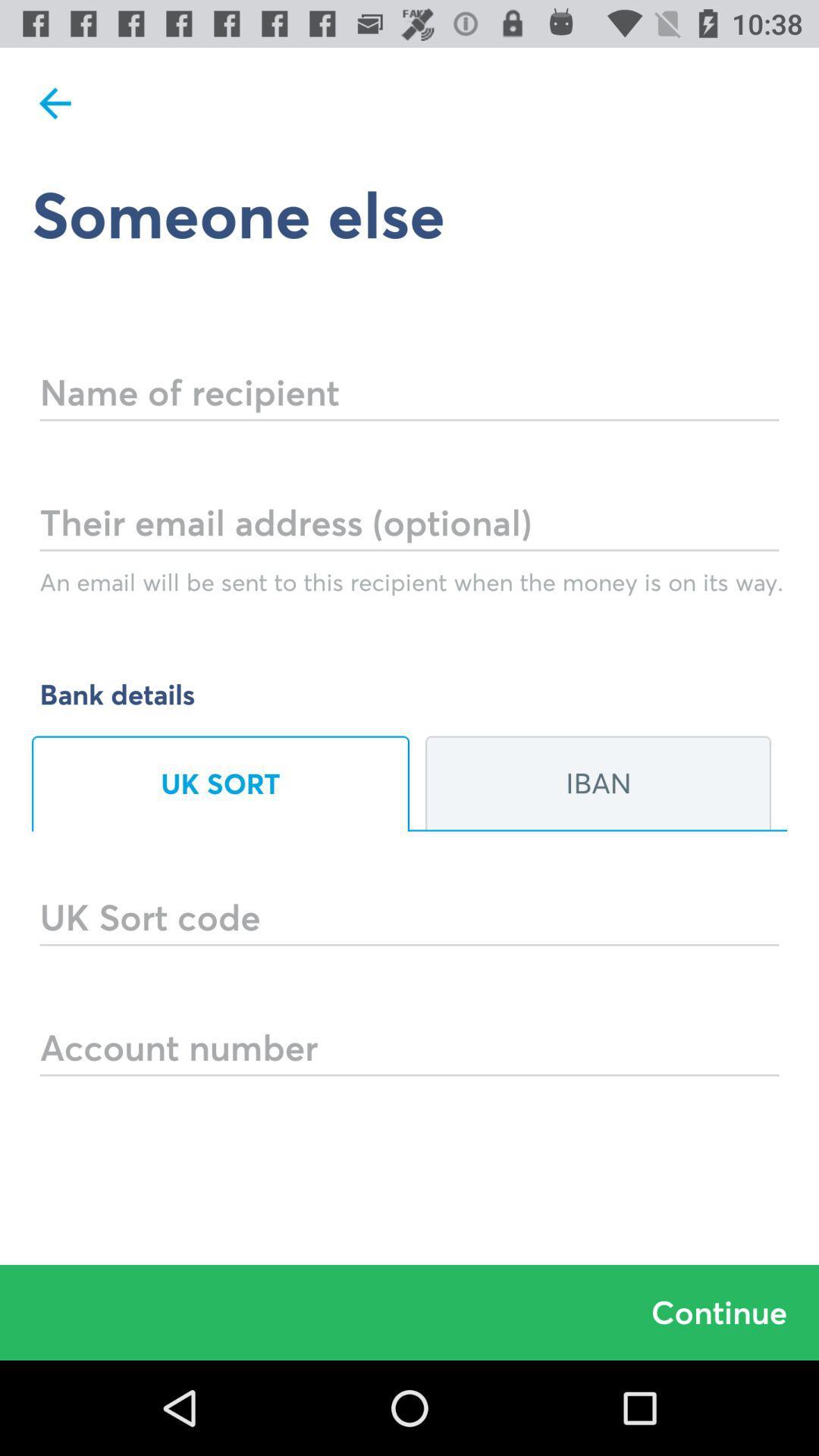 This screenshot has width=819, height=1456. What do you see at coordinates (598, 783) in the screenshot?
I see `iban item` at bounding box center [598, 783].